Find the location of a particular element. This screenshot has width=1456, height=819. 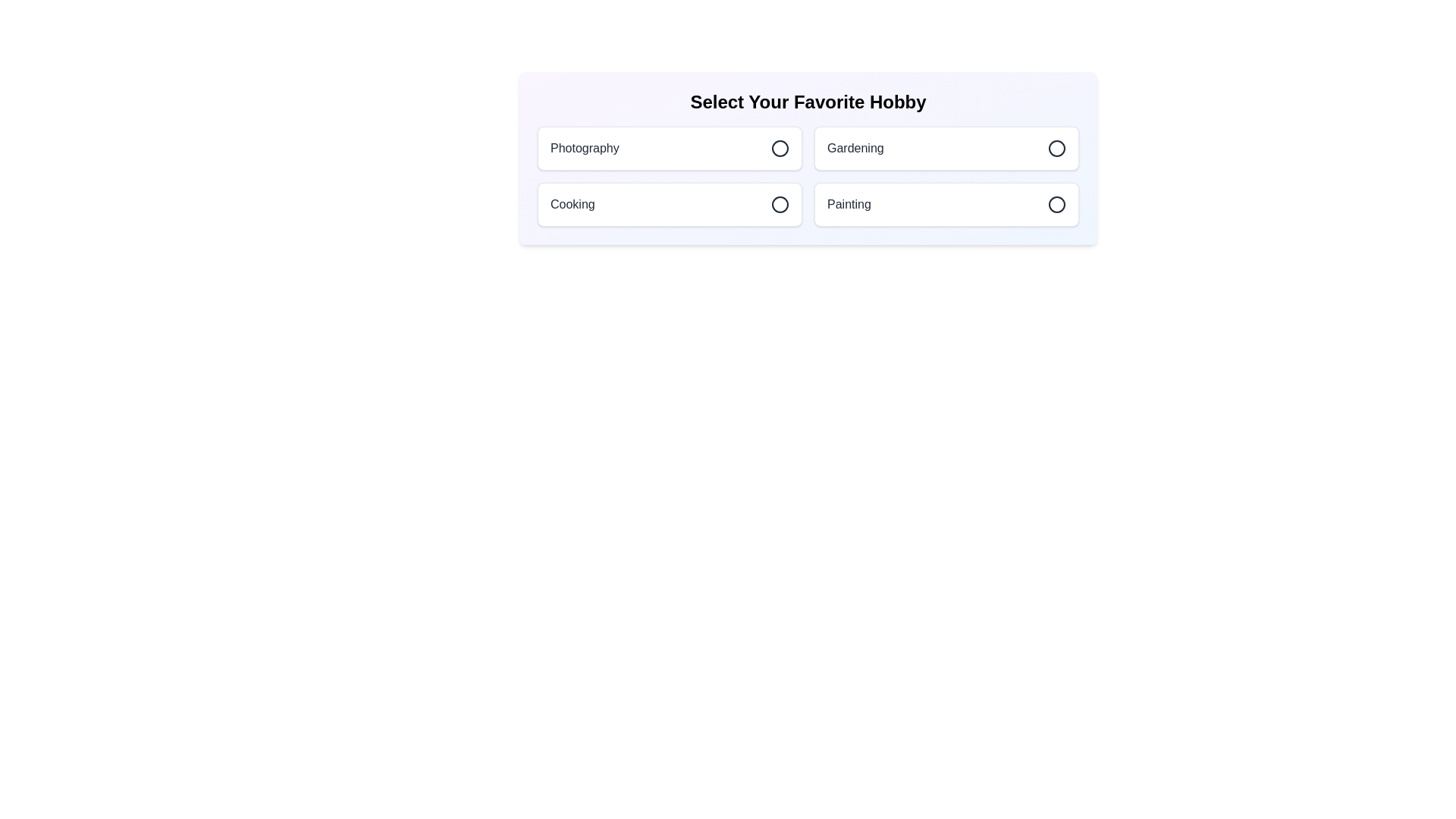

the selection indicator (radio button style) located to the right of the 'Photography' text in the 'Select Your Favorite Hobby' section, which is a circular, outlined icon filled in the center is located at coordinates (780, 149).